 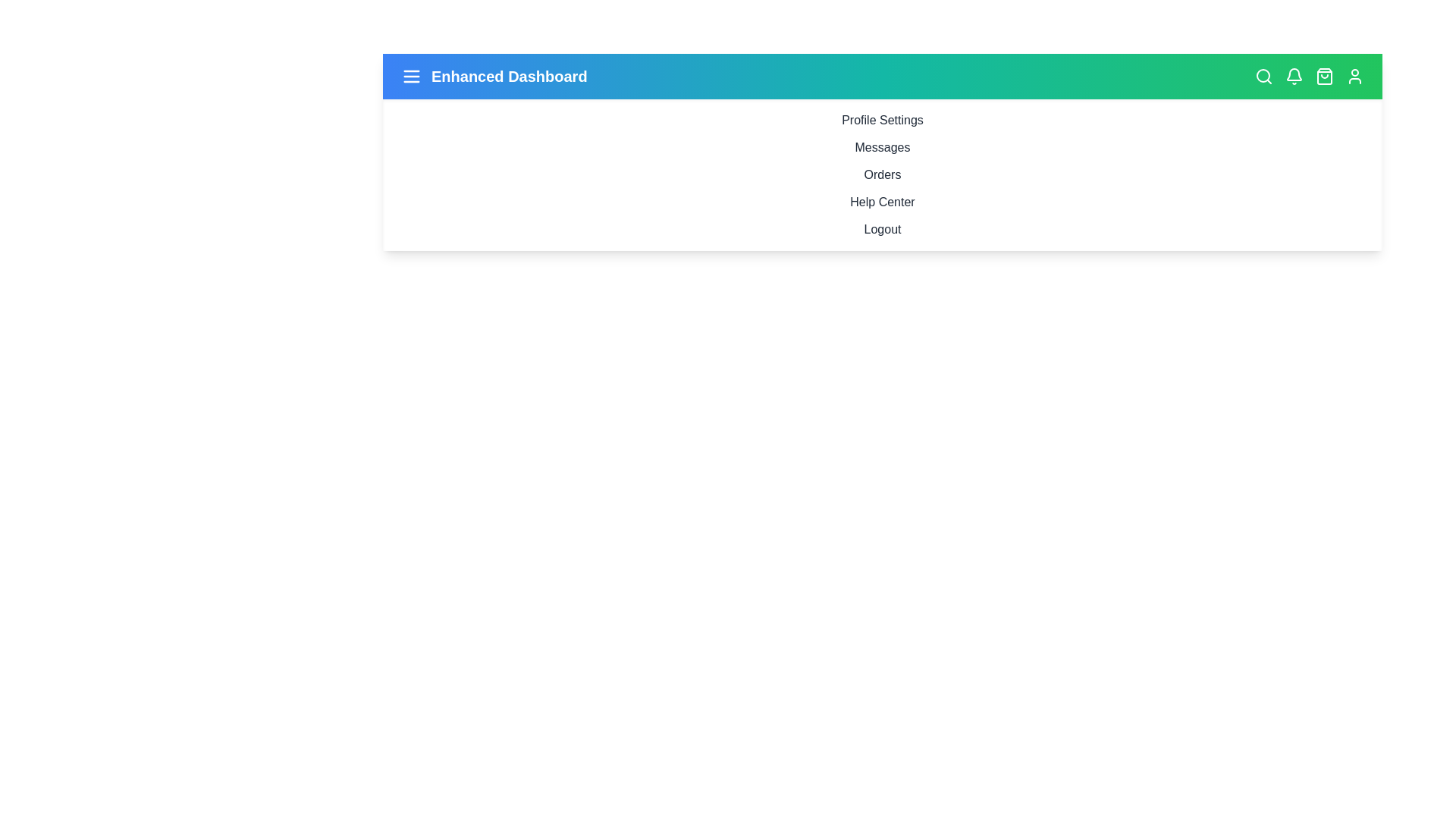 I want to click on the sidebar menu item Logout, so click(x=882, y=230).